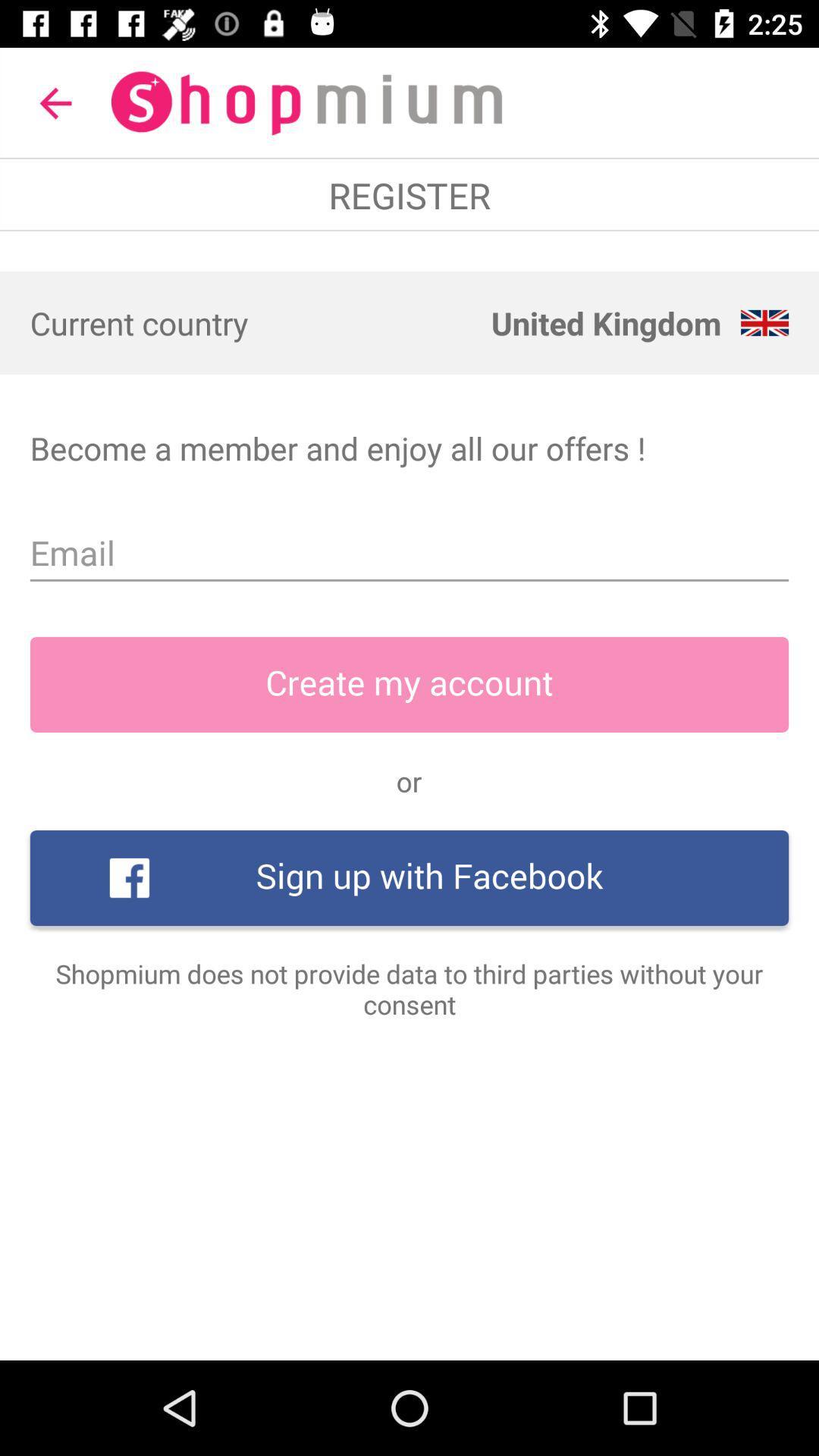  What do you see at coordinates (409, 683) in the screenshot?
I see `create my account icon` at bounding box center [409, 683].